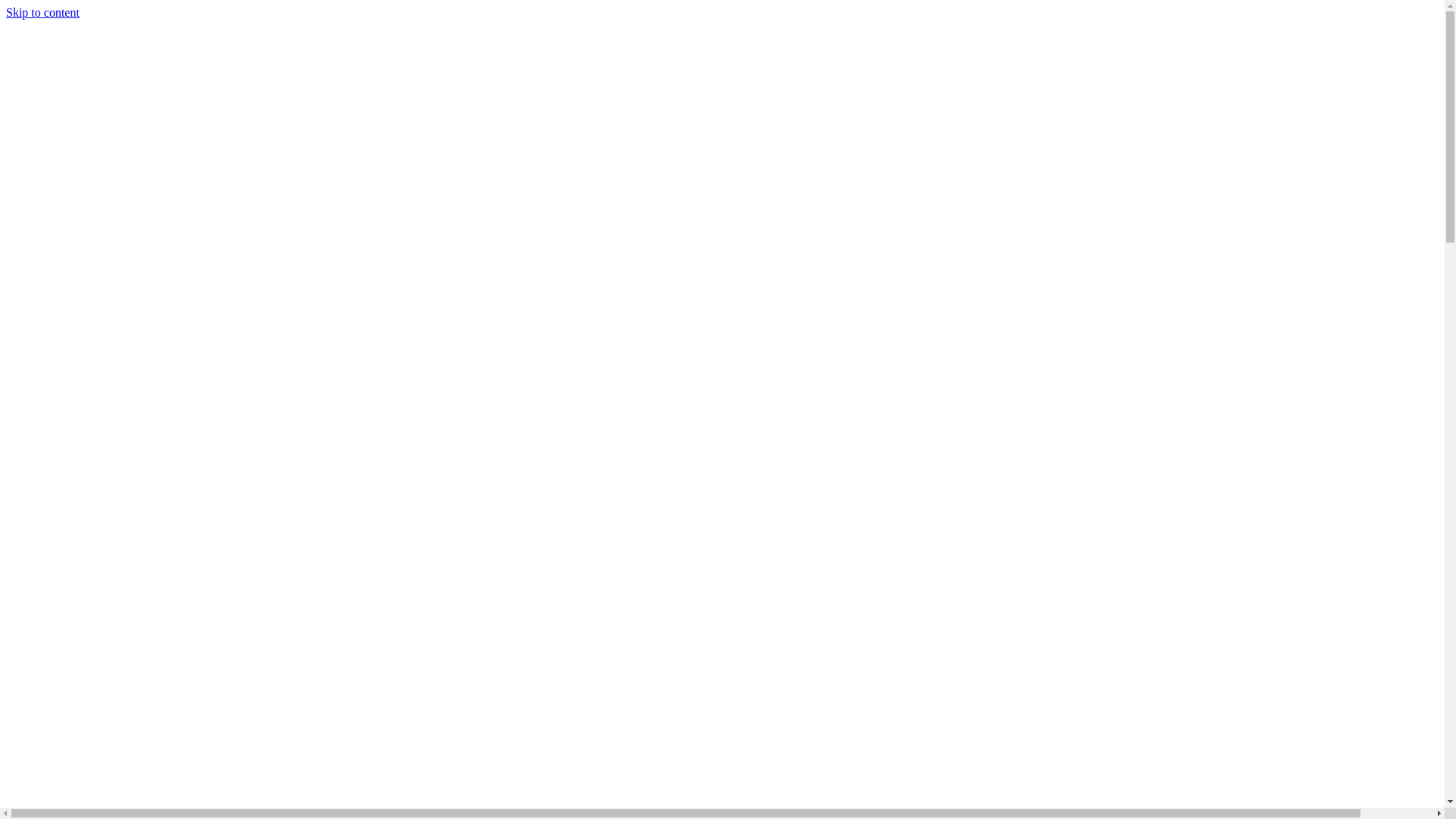 The image size is (1456, 819). What do you see at coordinates (42, 12) in the screenshot?
I see `'Skip to content'` at bounding box center [42, 12].